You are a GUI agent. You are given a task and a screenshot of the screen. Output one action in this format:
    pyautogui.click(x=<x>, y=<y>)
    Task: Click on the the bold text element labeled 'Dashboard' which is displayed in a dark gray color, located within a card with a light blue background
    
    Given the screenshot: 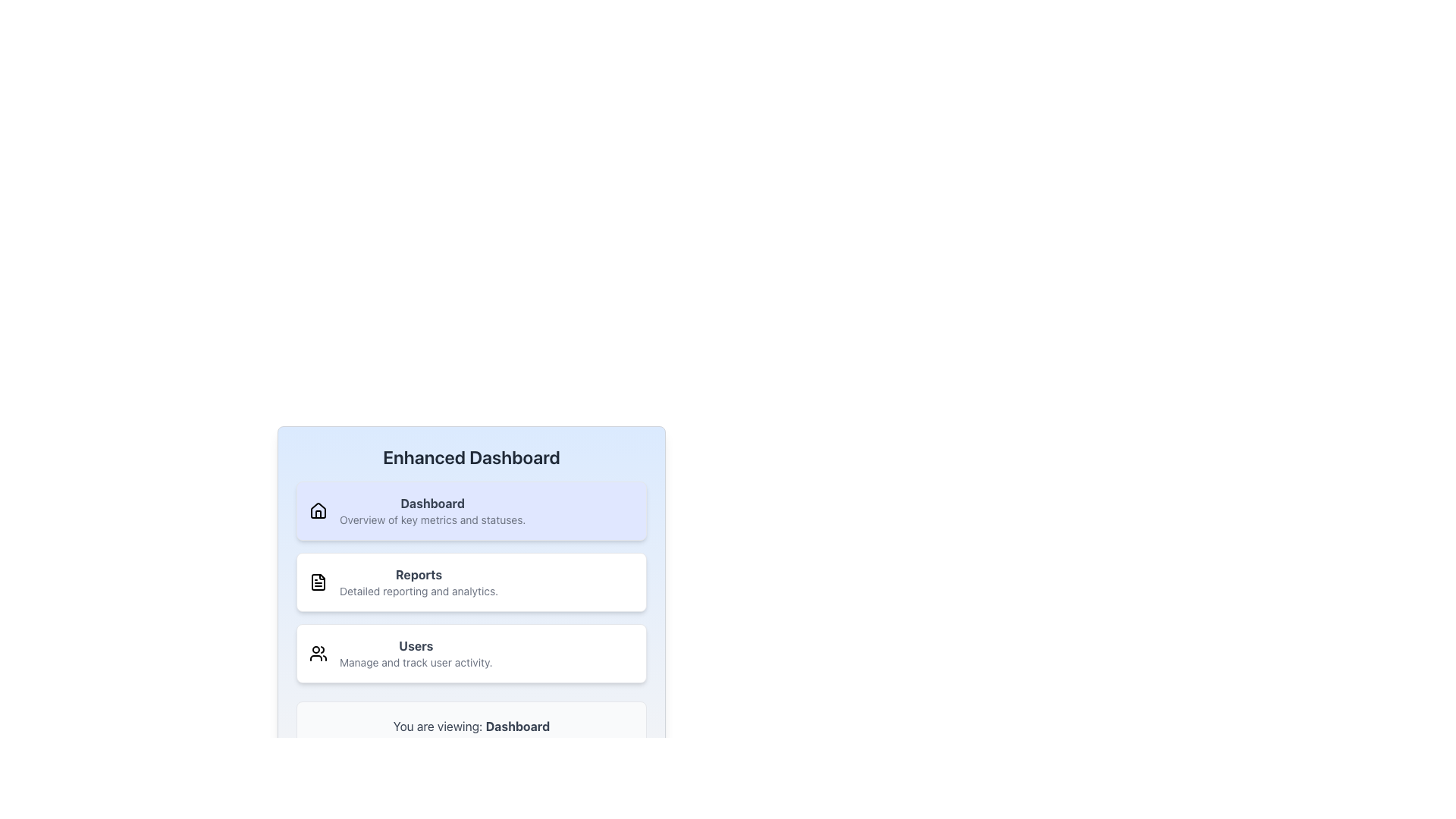 What is the action you would take?
    pyautogui.click(x=431, y=503)
    